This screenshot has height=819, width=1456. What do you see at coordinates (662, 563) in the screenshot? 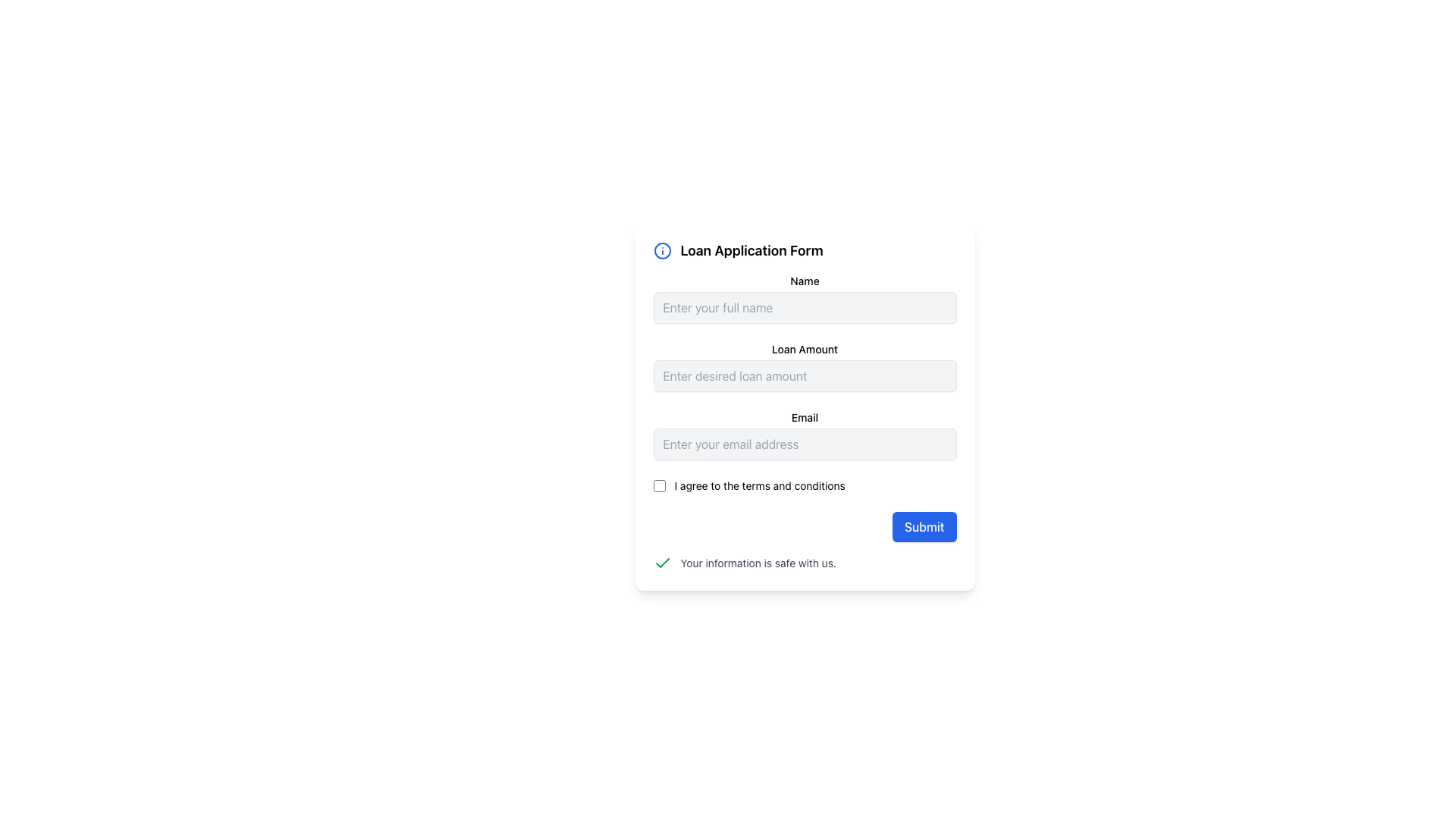
I see `the green checkmark icon indicating confirmation, located below the 'I agree to the terms and conditions' checkbox and next to the text 'Your information is safe with us.' in the loan application form` at bounding box center [662, 563].